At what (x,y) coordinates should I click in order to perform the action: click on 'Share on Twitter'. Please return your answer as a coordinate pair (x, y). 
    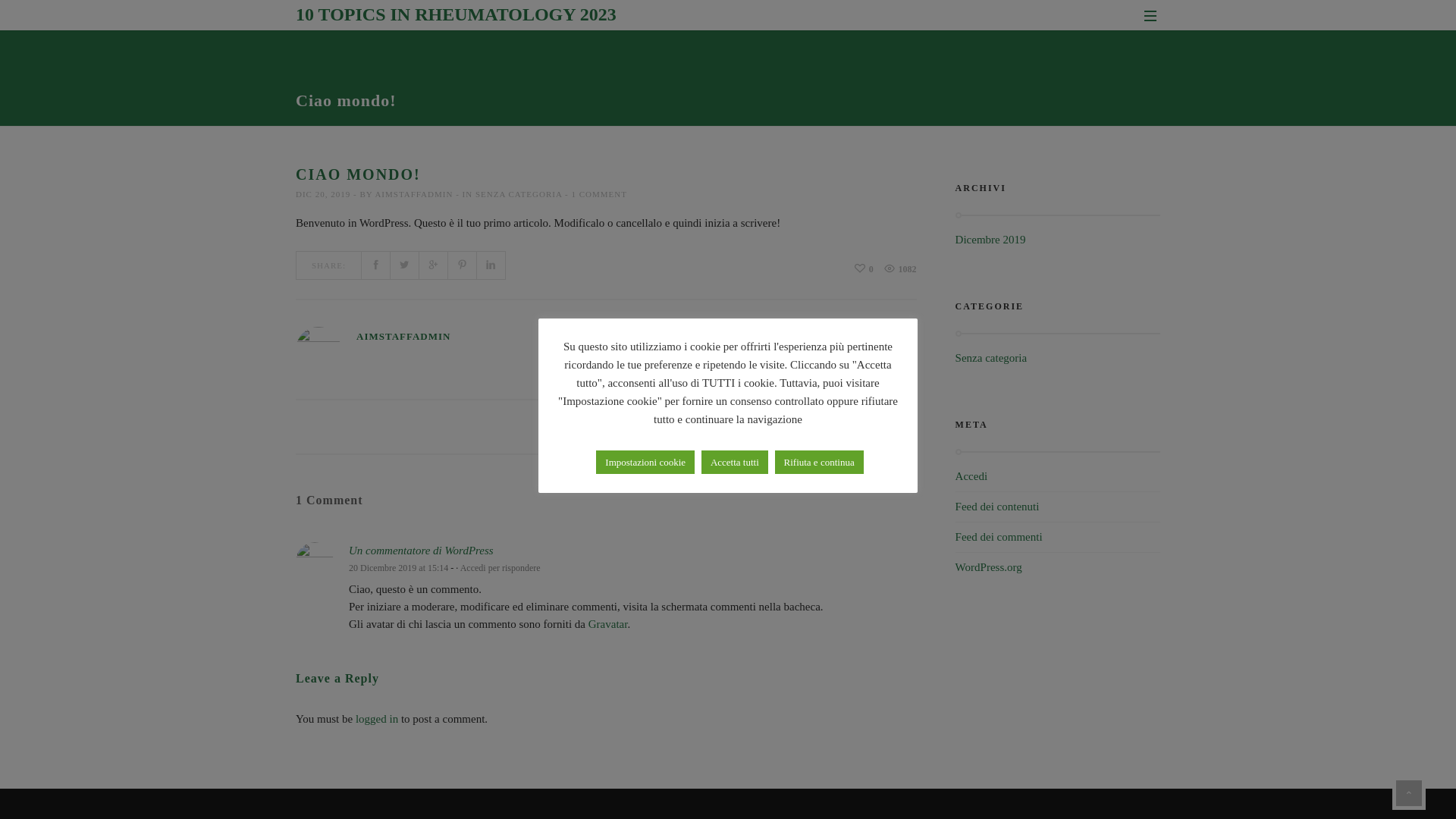
    Looking at the image, I should click on (390, 265).